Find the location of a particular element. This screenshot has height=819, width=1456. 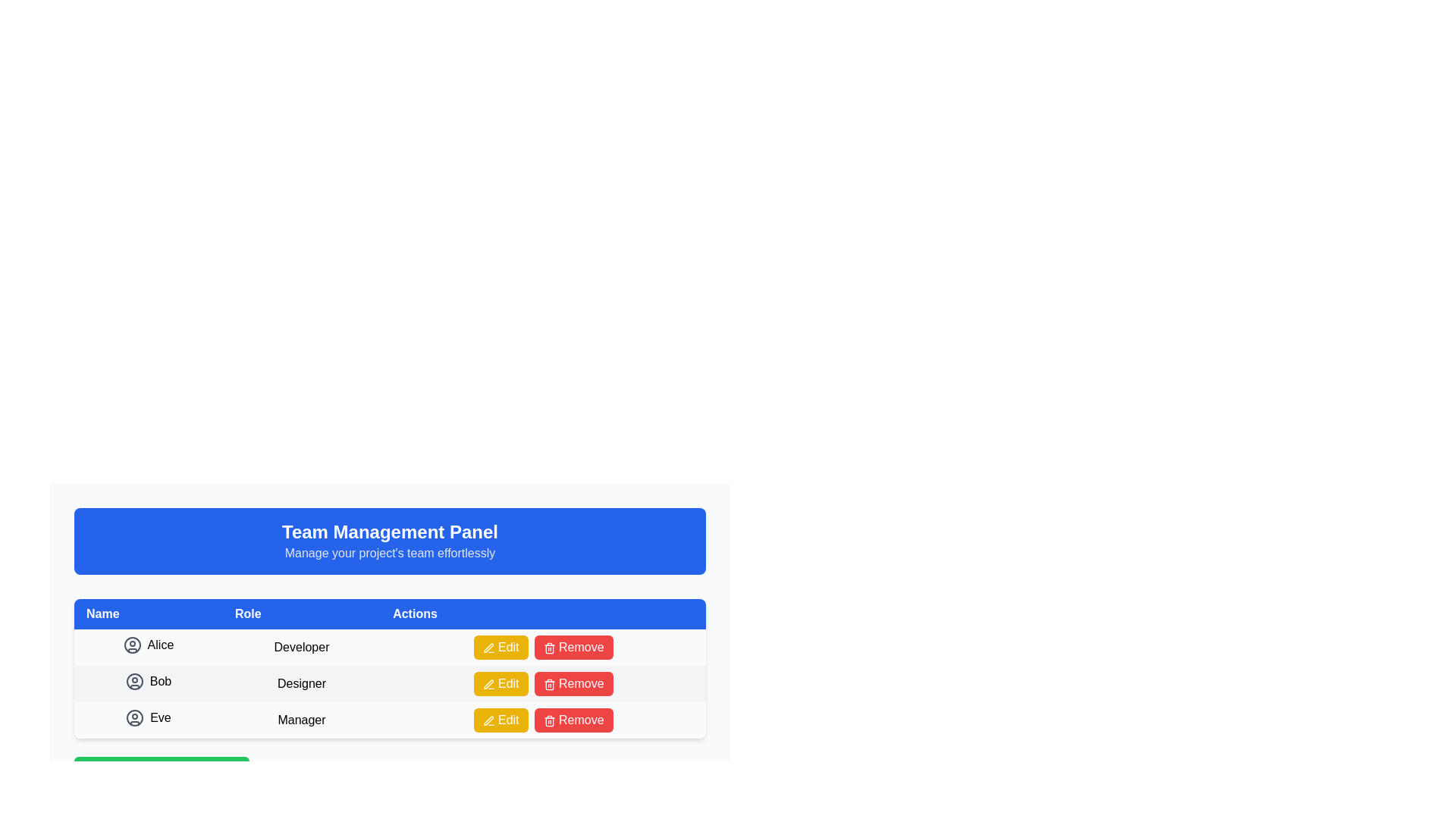

the outermost circle of the user profile icon in the bottom row of the user management table next to 'Eve' to access further functionalities is located at coordinates (135, 717).